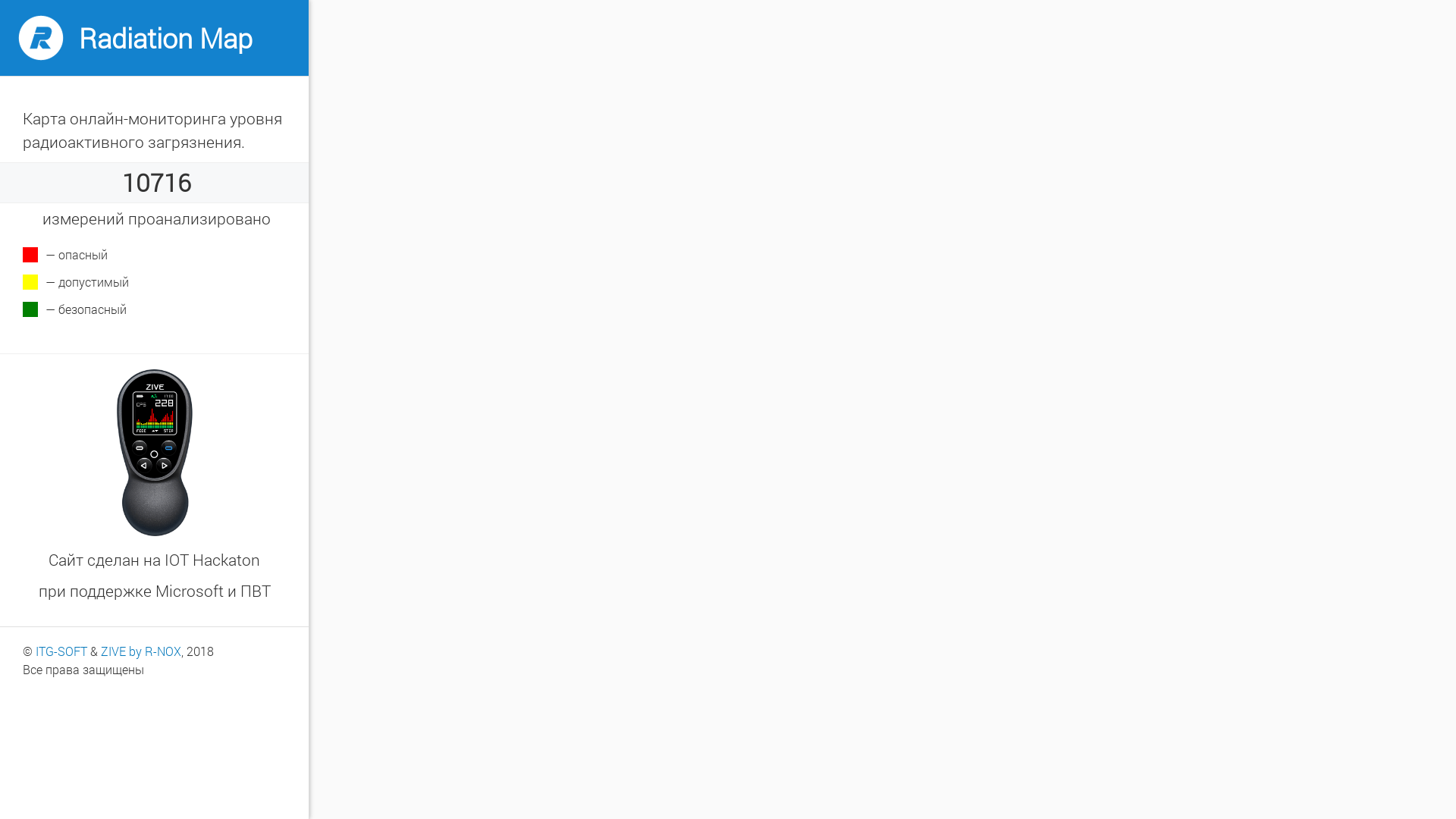 The image size is (1456, 819). Describe the element at coordinates (115, 451) in the screenshot. I see `'ZIVE Radioctive Monitor'` at that location.